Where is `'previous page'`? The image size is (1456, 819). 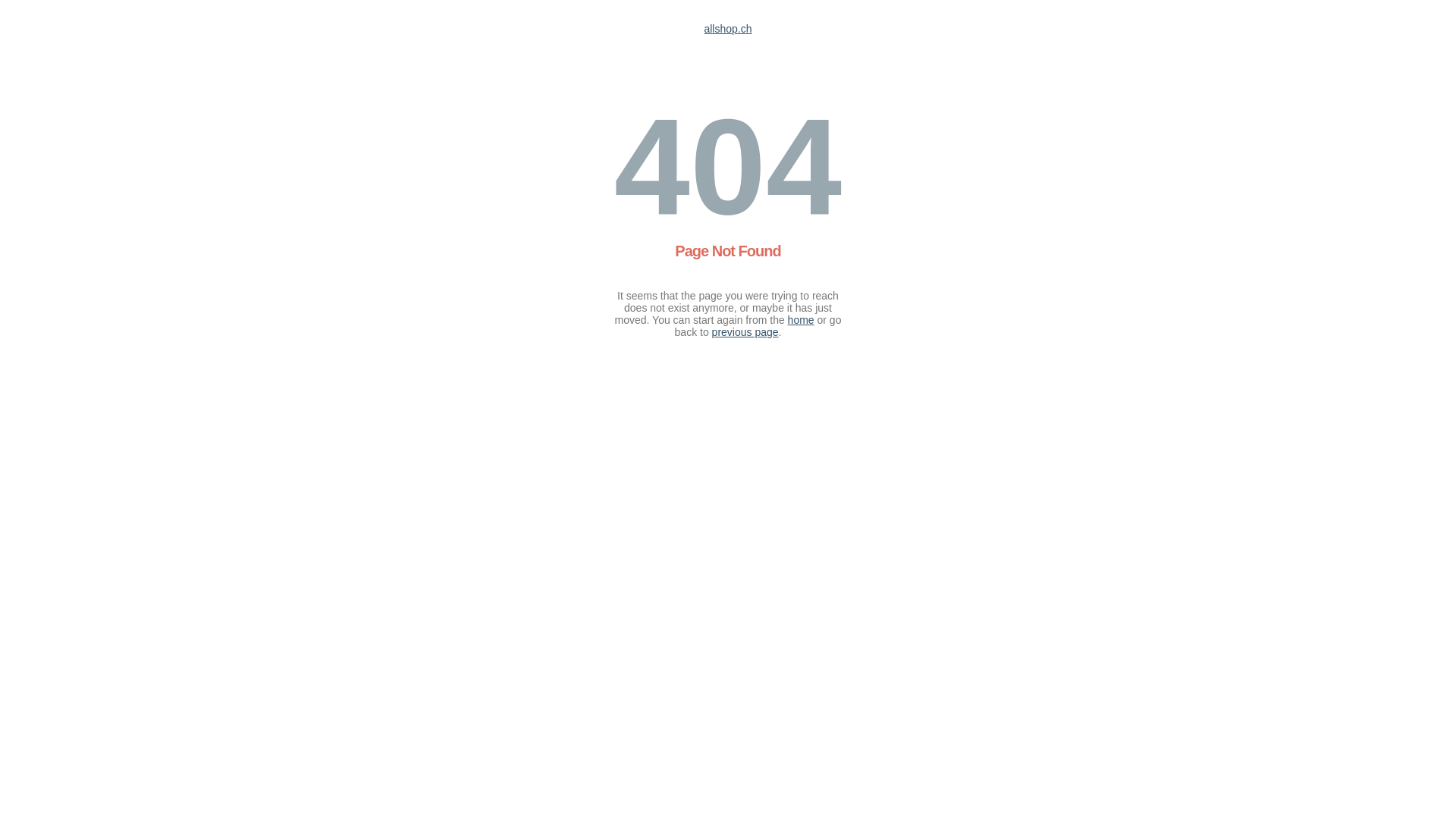
'previous page' is located at coordinates (745, 331).